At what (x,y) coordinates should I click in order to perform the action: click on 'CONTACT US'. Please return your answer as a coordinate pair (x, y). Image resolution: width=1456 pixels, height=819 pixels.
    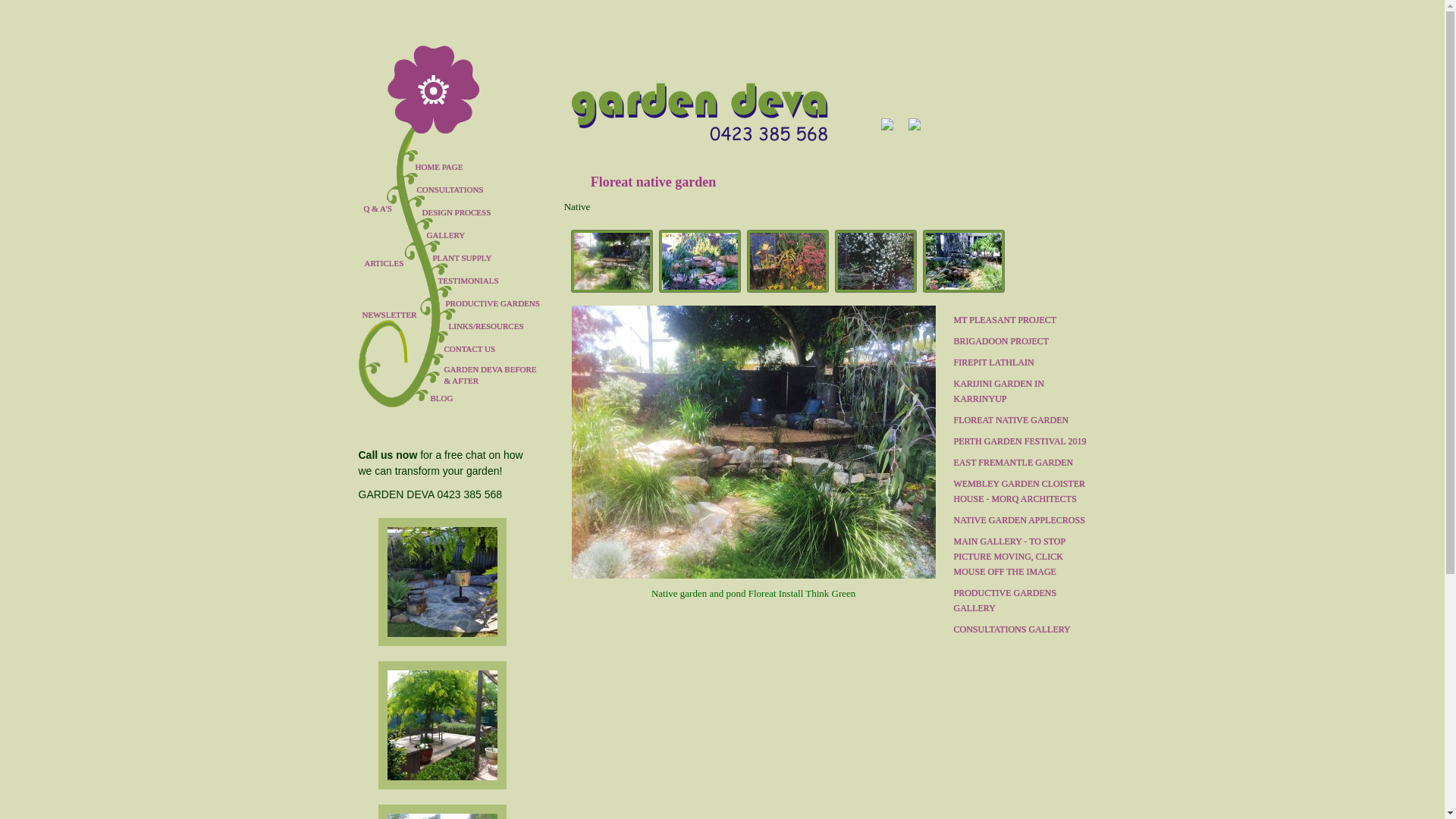
    Looking at the image, I should click on (488, 348).